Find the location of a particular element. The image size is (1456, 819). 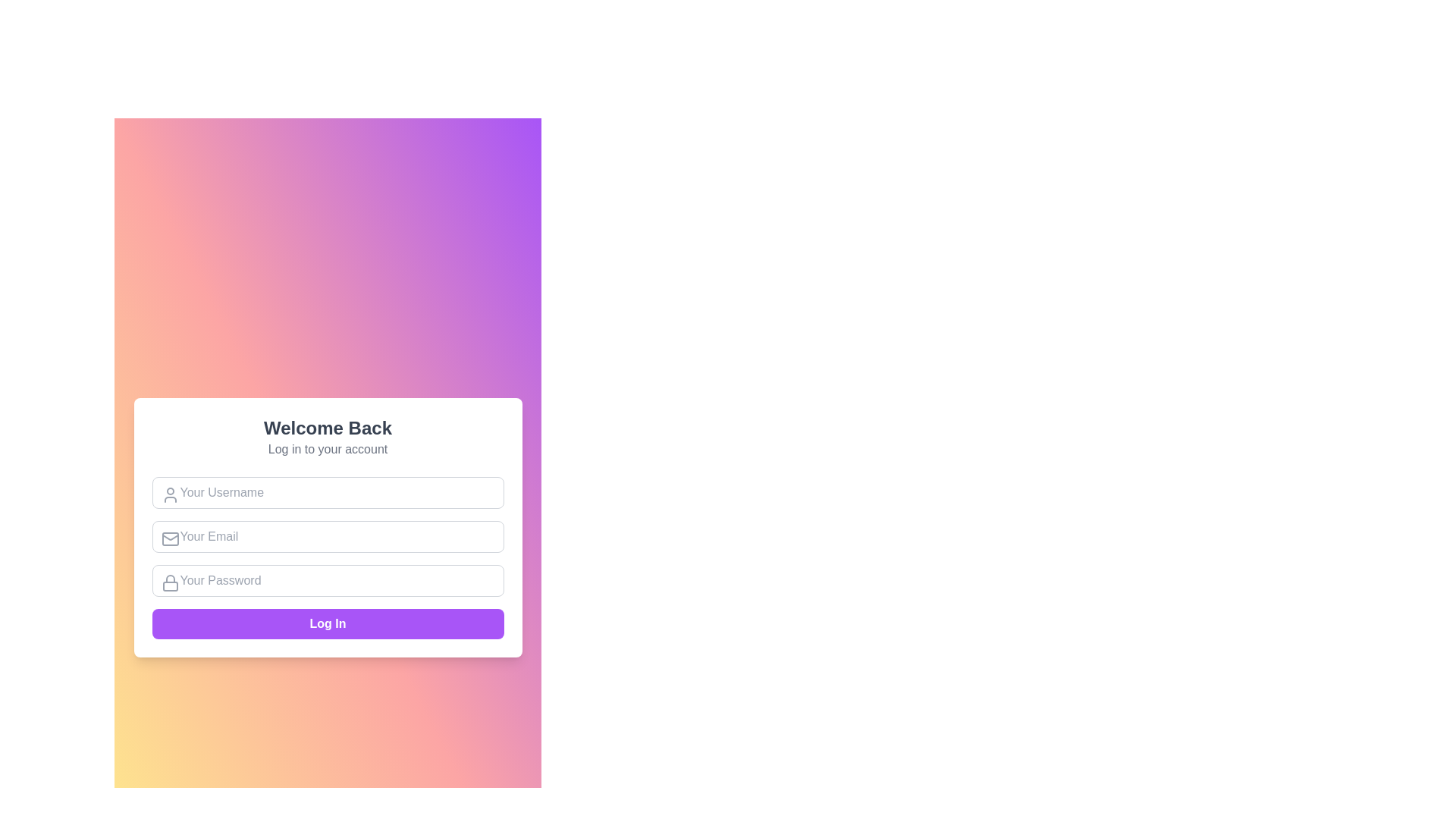

the 'Log In' button with a purple background and white text, located beneath the 'Your Password' input field in the login form is located at coordinates (327, 623).